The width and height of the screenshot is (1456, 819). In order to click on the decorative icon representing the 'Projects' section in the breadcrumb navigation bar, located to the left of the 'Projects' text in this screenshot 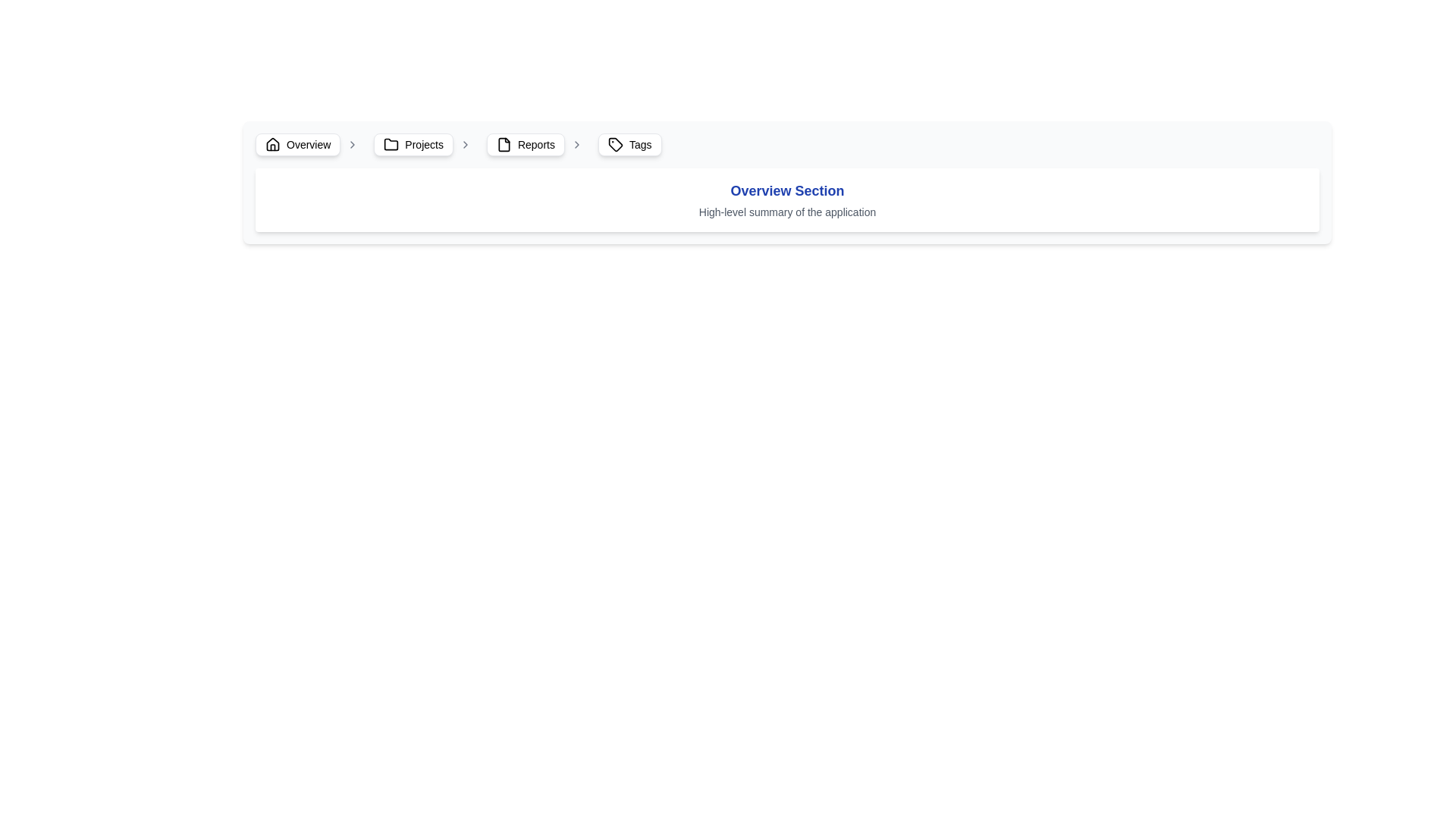, I will do `click(391, 145)`.